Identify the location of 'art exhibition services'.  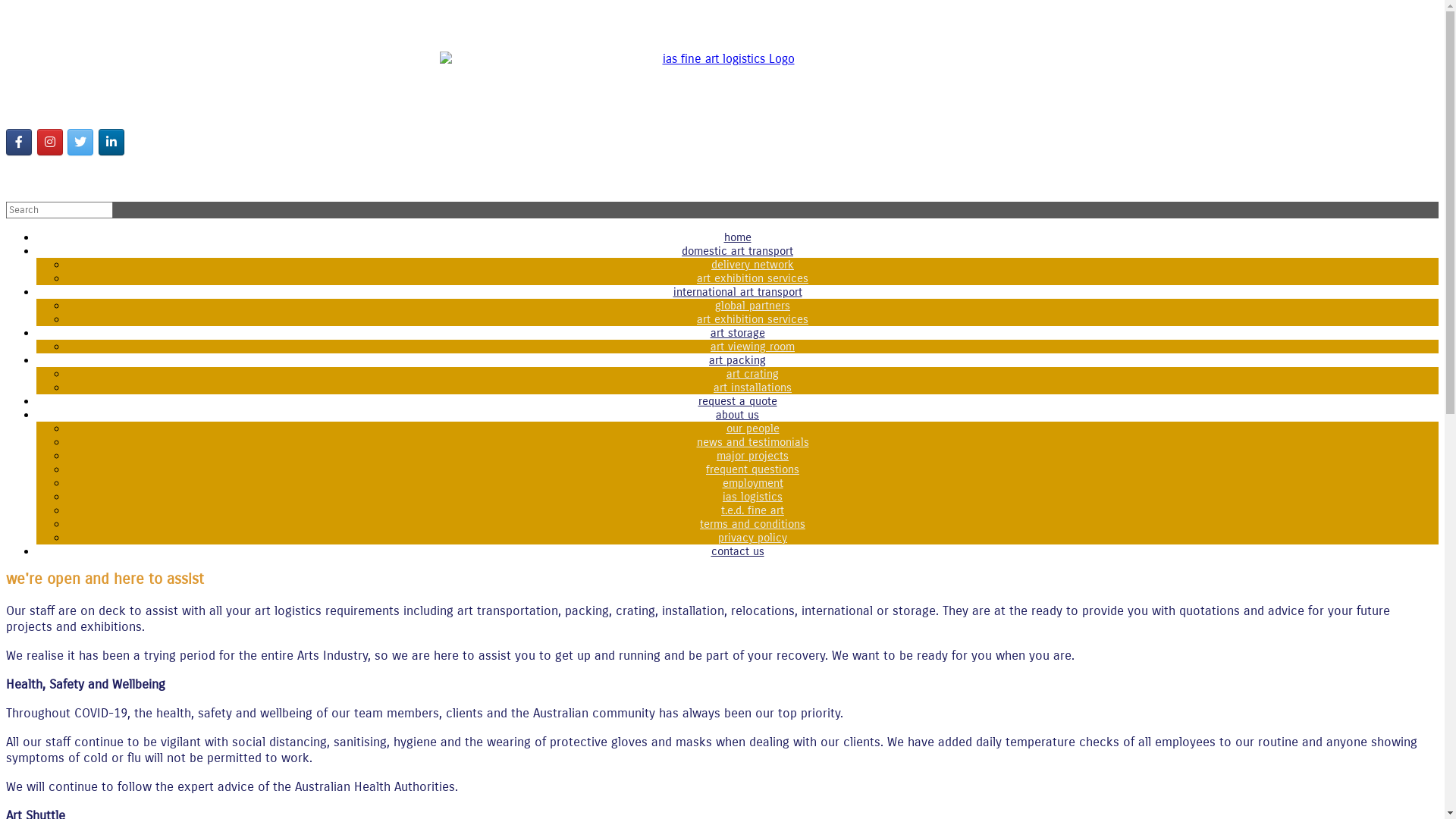
(752, 278).